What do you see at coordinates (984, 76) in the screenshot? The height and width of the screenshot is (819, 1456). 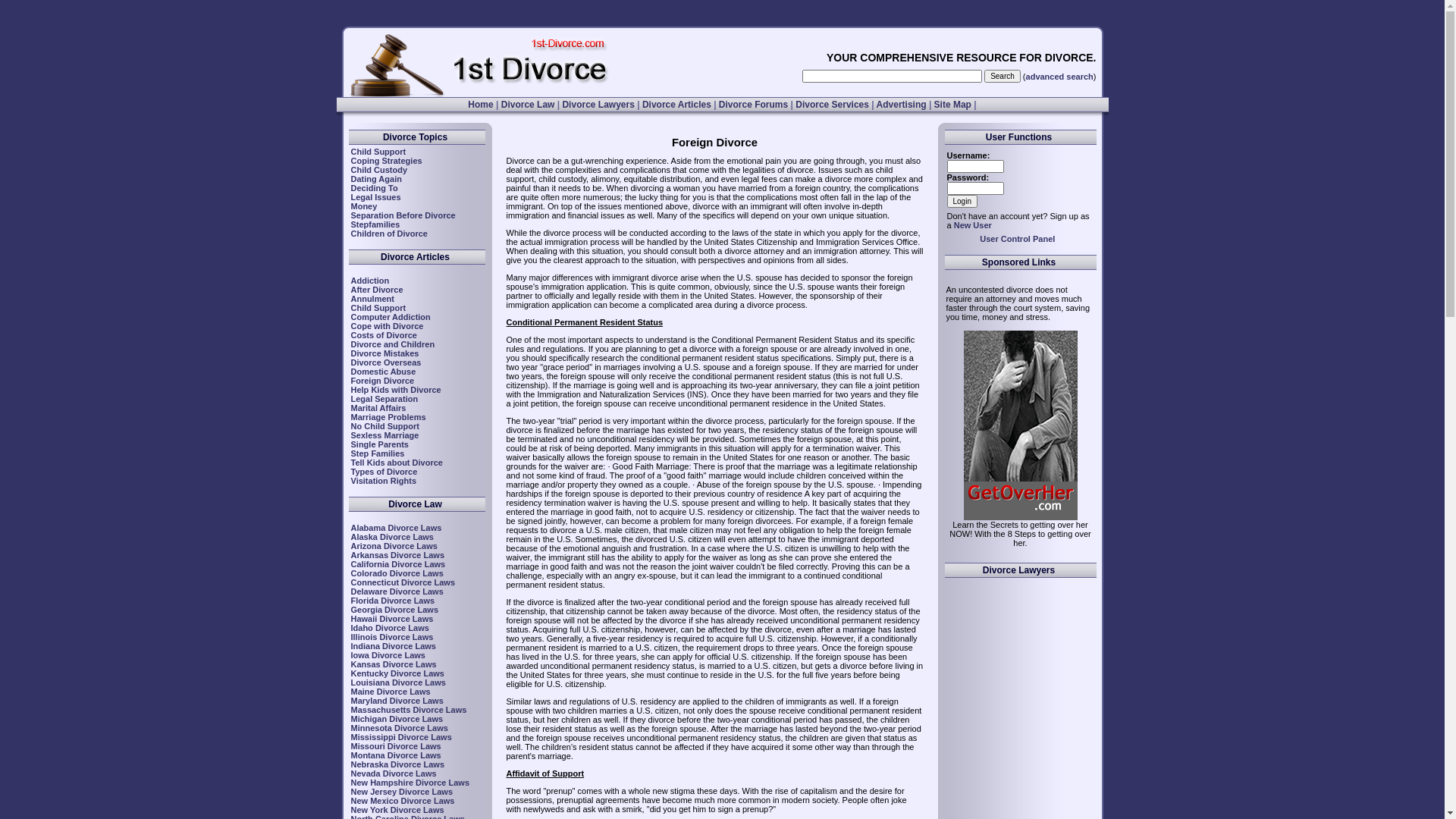 I see `'Search'` at bounding box center [984, 76].